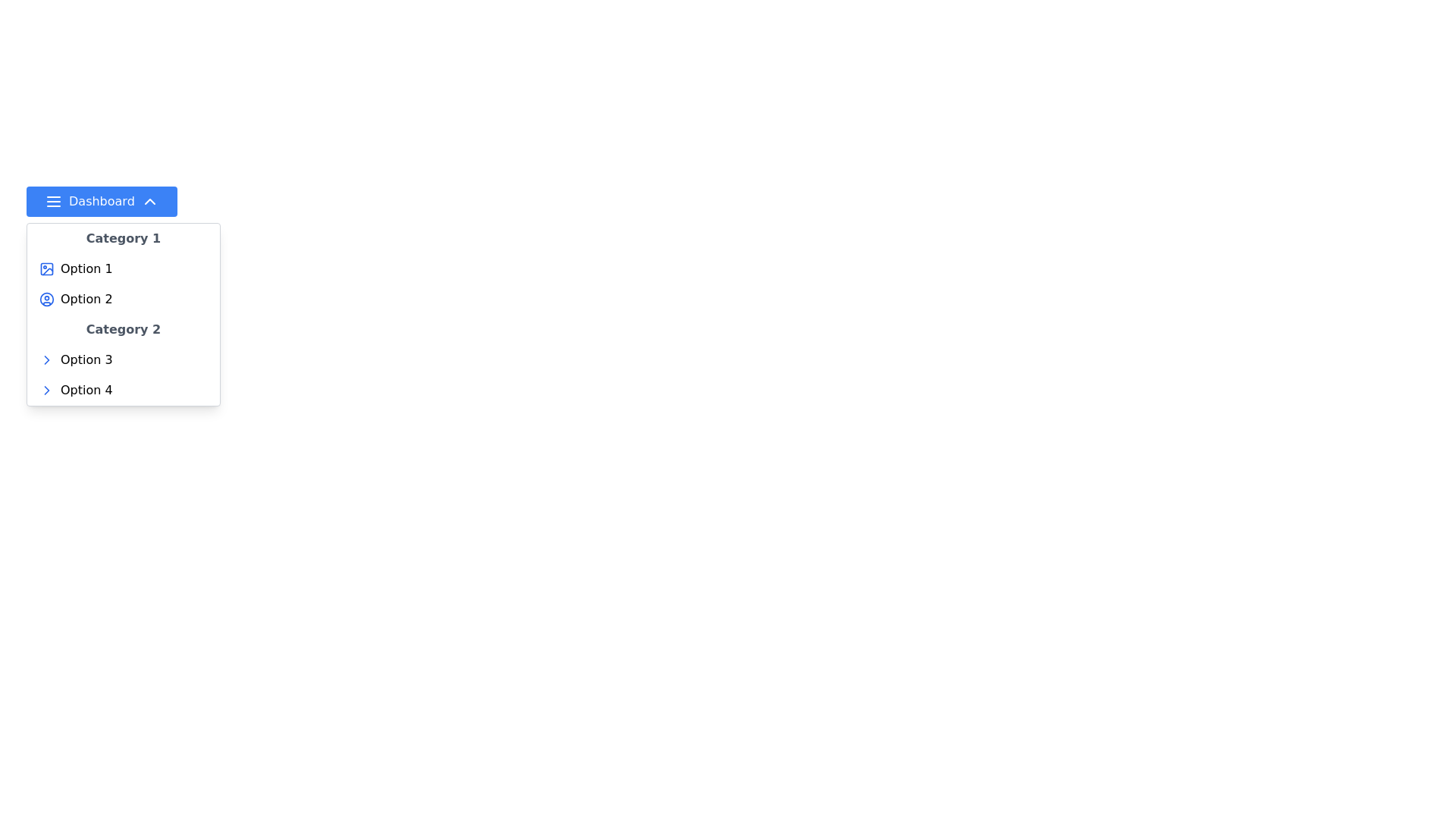  Describe the element at coordinates (47, 268) in the screenshot. I see `the small rectangular figure with rounded corners located within the graphical icon next to 'Option 2' under 'Category 1' in the dropdown menu` at that location.